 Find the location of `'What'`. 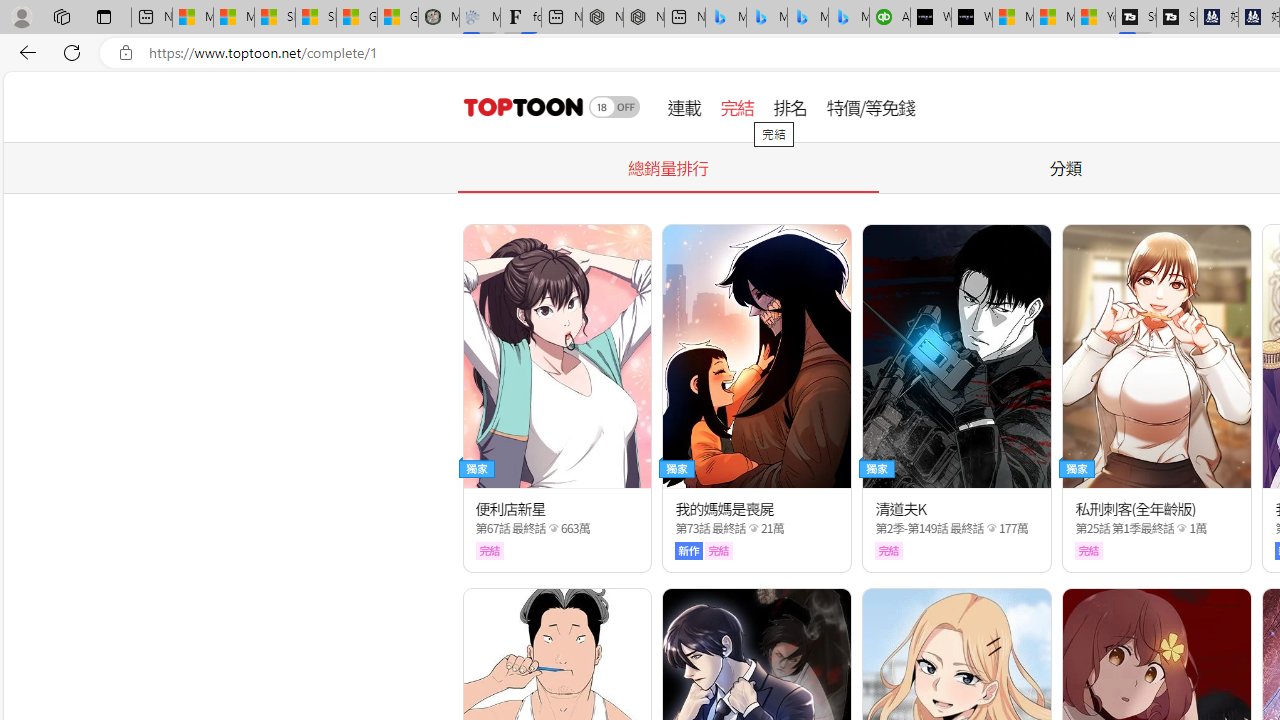

'What' is located at coordinates (972, 17).